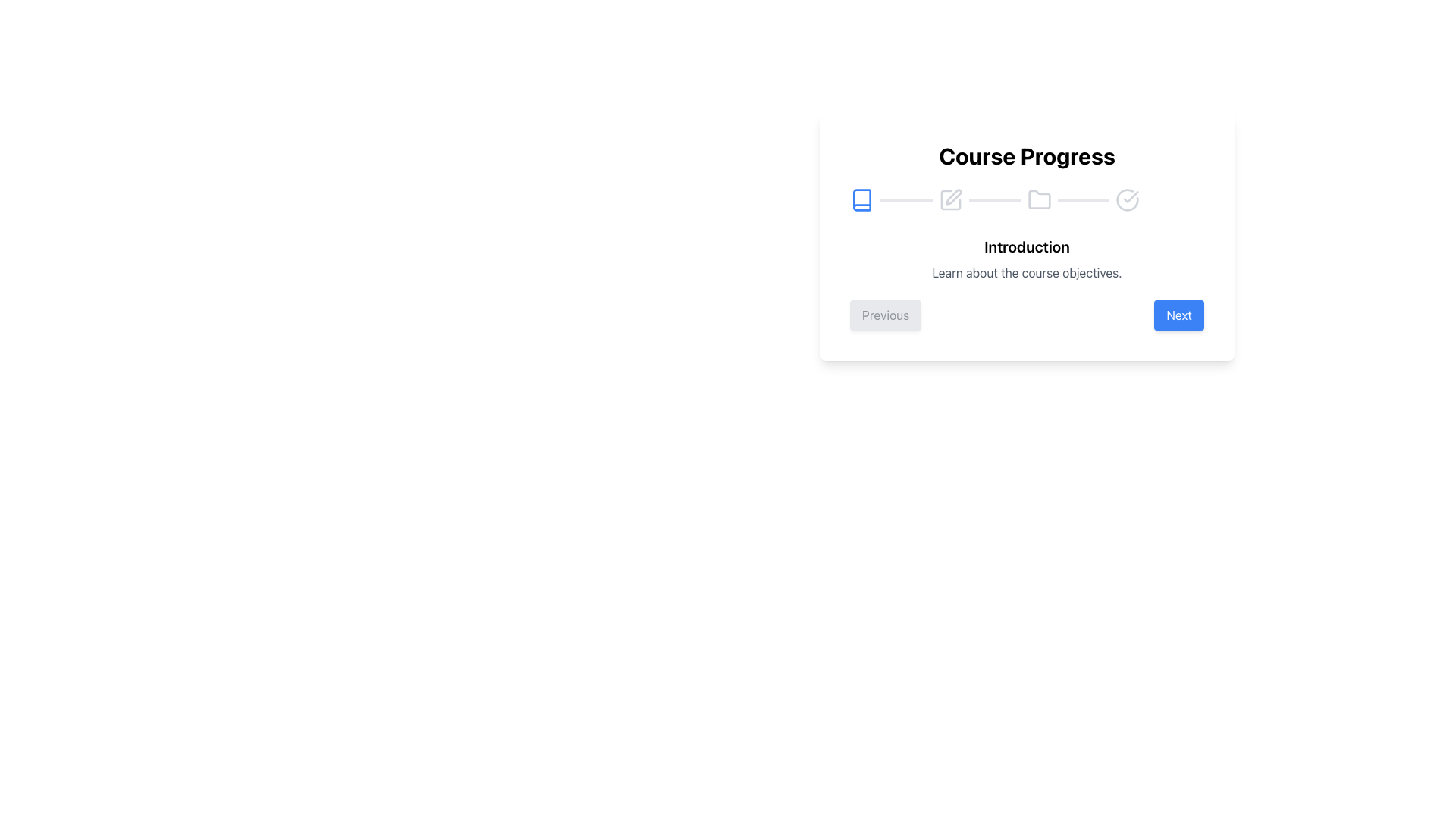 The image size is (1456, 819). I want to click on the progress stage icon located below the 'Course Progress' heading, positioned between a pen icon and a checkmark icon, so click(1038, 199).